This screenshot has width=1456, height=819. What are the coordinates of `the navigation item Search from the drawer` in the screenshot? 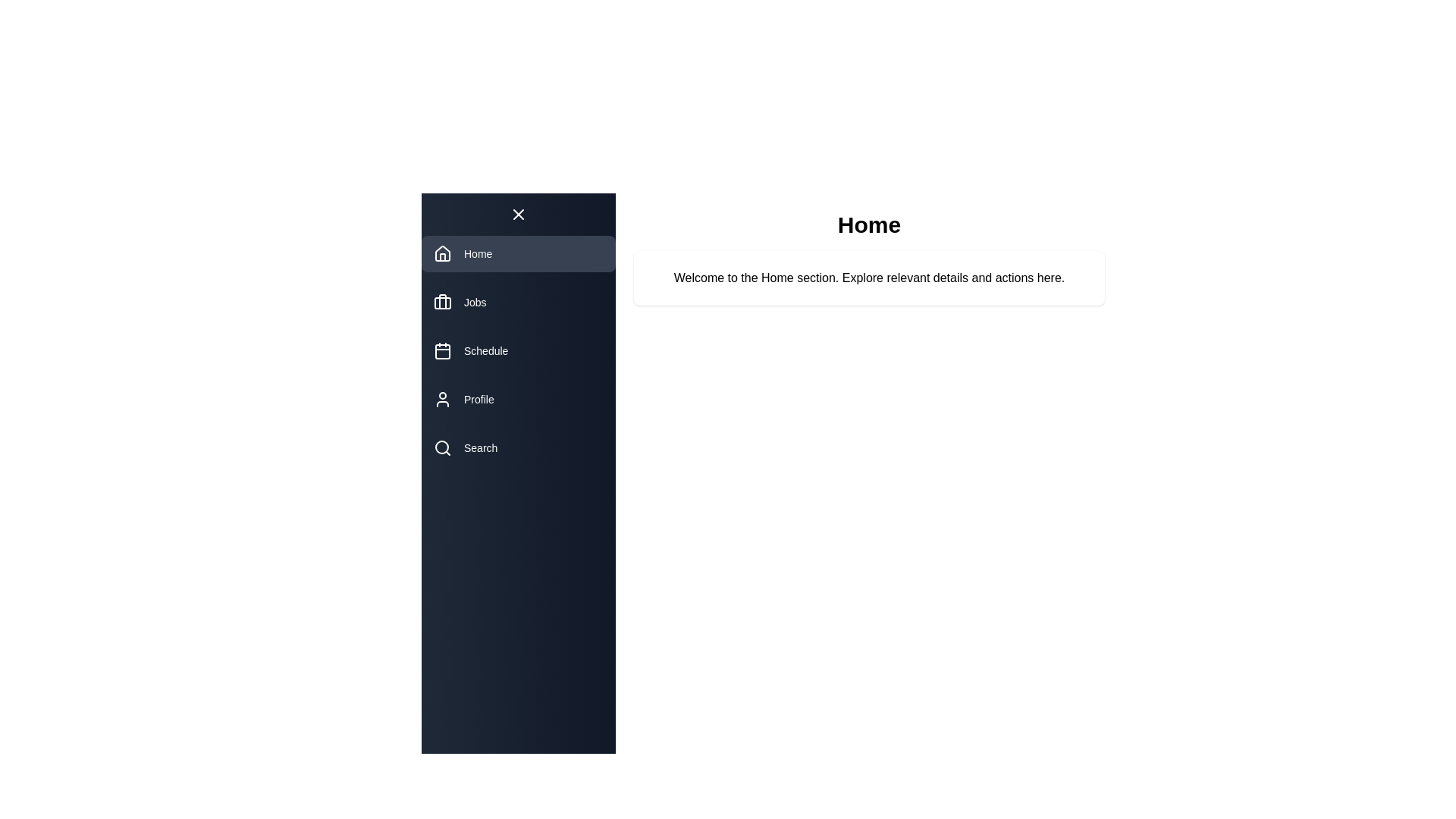 It's located at (519, 447).